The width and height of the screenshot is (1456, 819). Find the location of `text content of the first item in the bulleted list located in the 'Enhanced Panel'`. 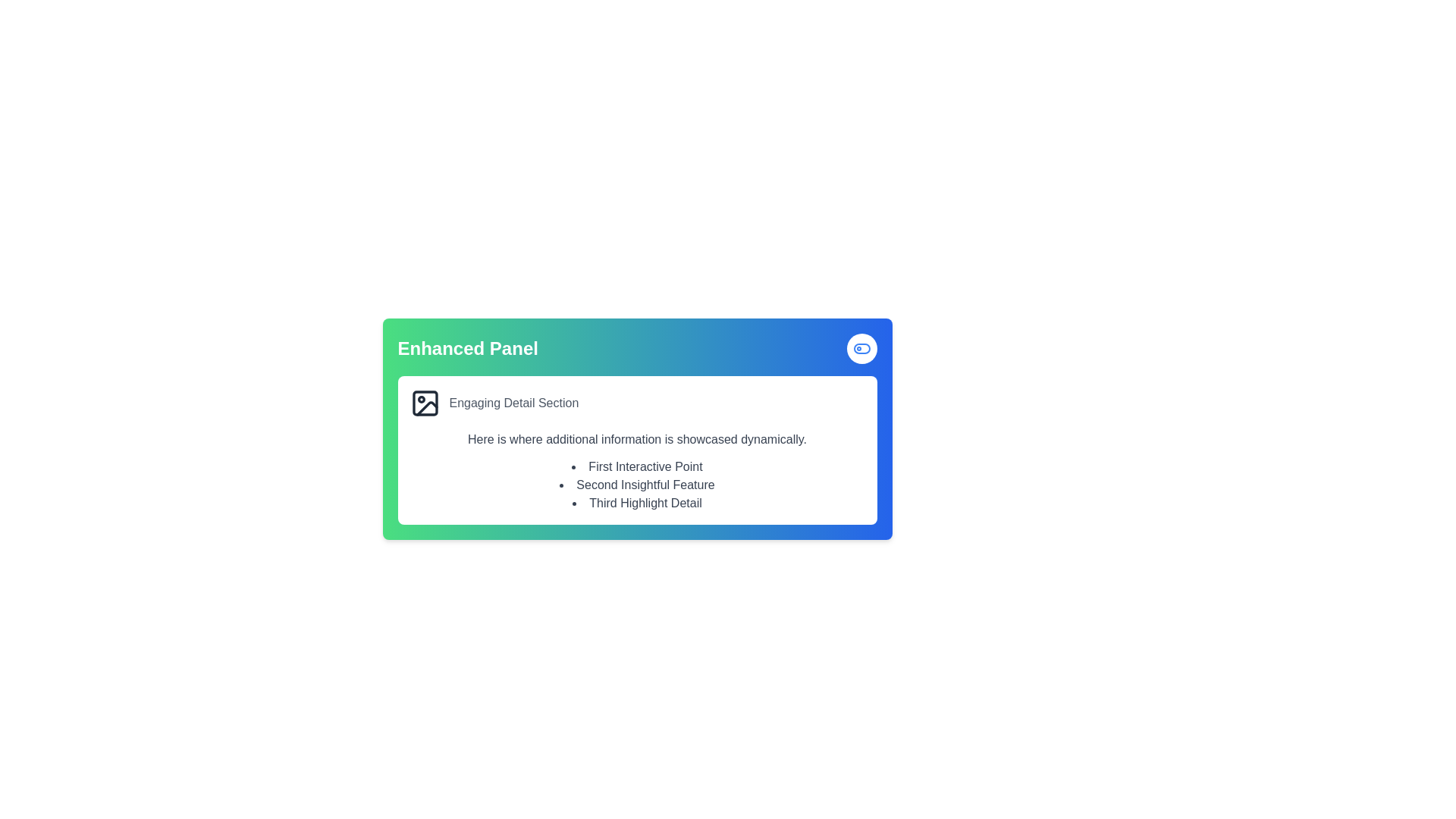

text content of the first item in the bulleted list located in the 'Enhanced Panel' is located at coordinates (637, 466).